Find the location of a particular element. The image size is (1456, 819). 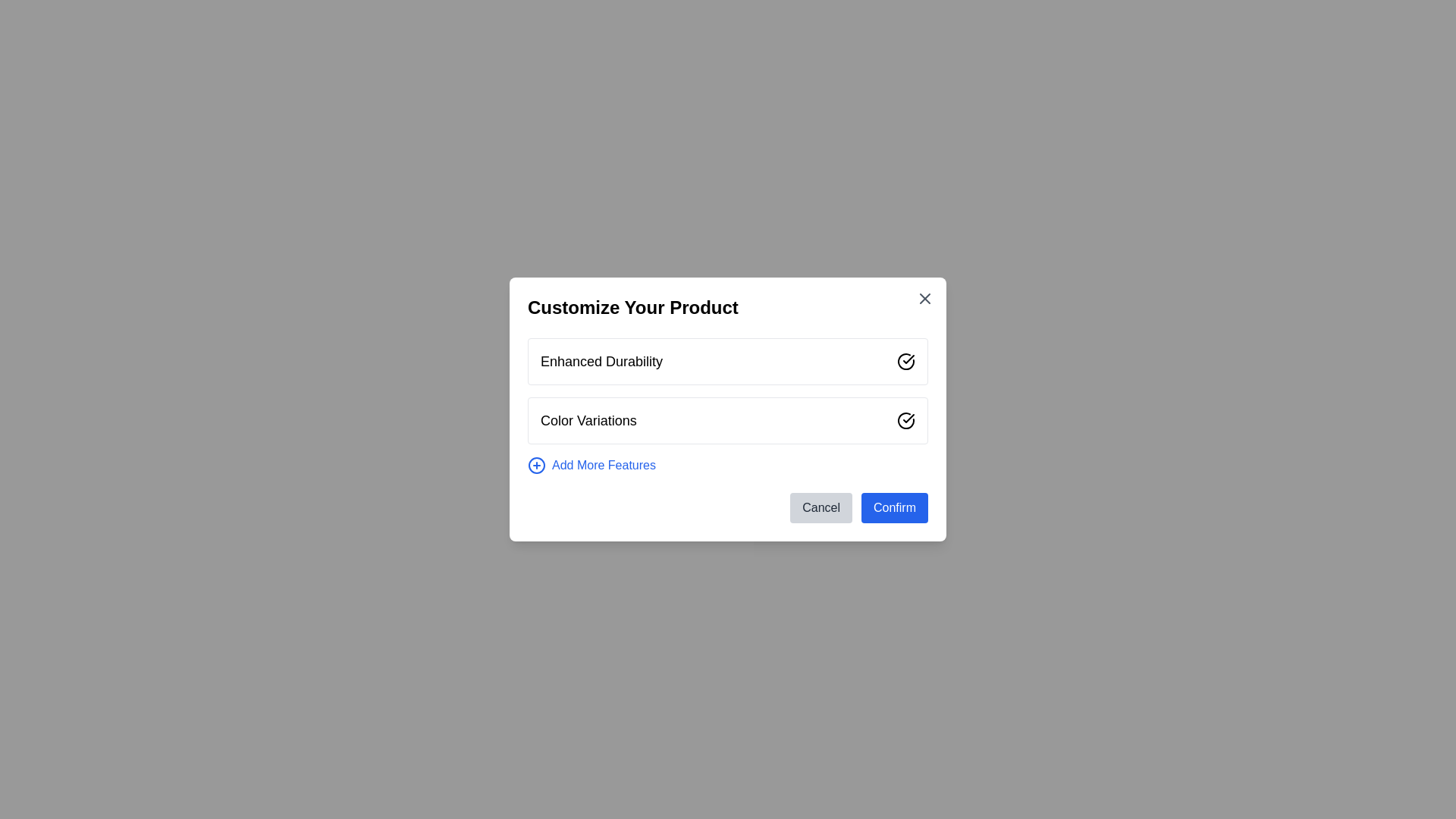

the 'Cancel' button, which is a light gray rectangular button with rounded corners and the label 'Cancel' in black text, located is located at coordinates (821, 508).